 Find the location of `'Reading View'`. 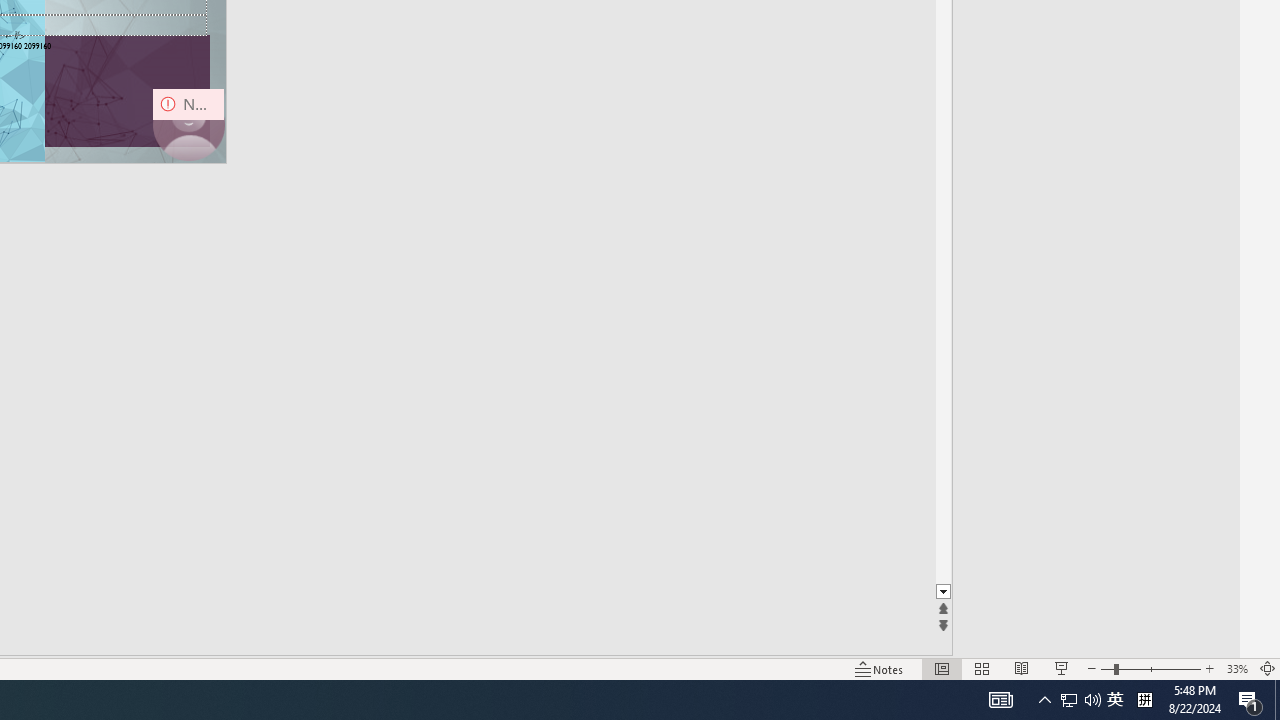

'Reading View' is located at coordinates (1022, 669).